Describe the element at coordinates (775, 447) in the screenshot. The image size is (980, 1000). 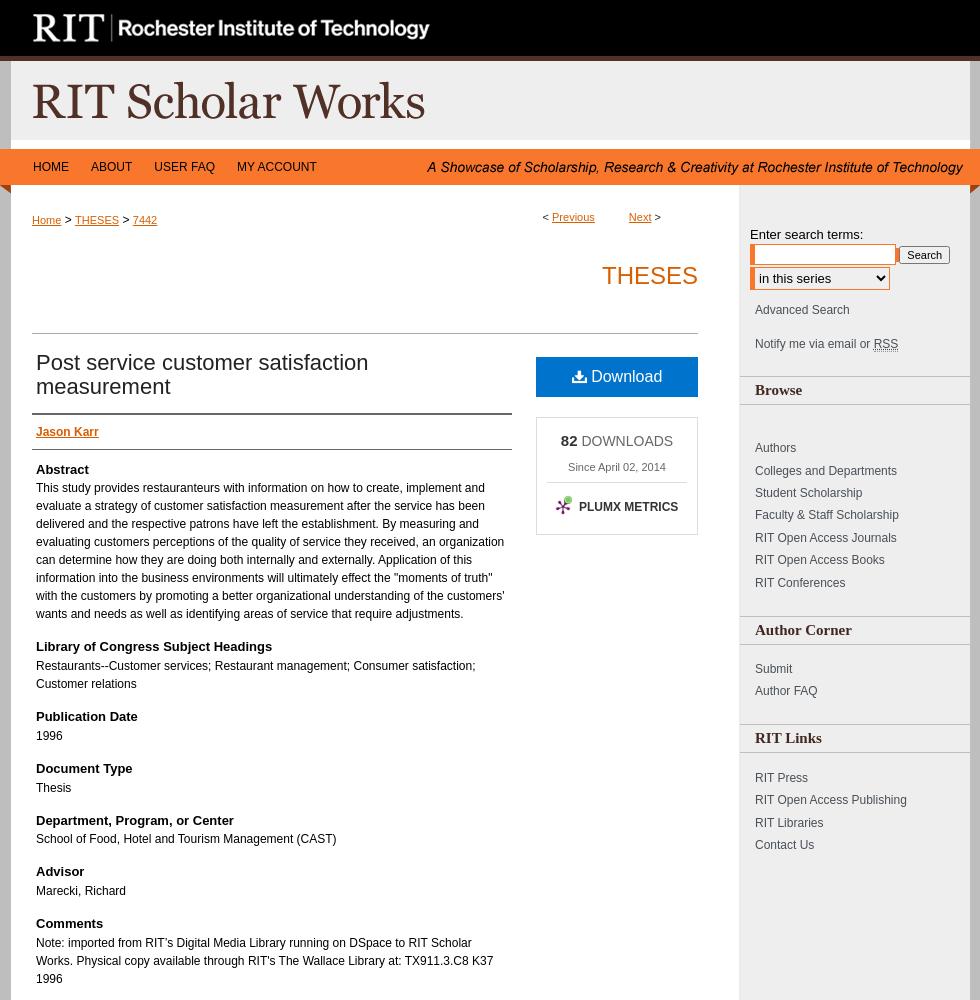
I see `'Authors'` at that location.